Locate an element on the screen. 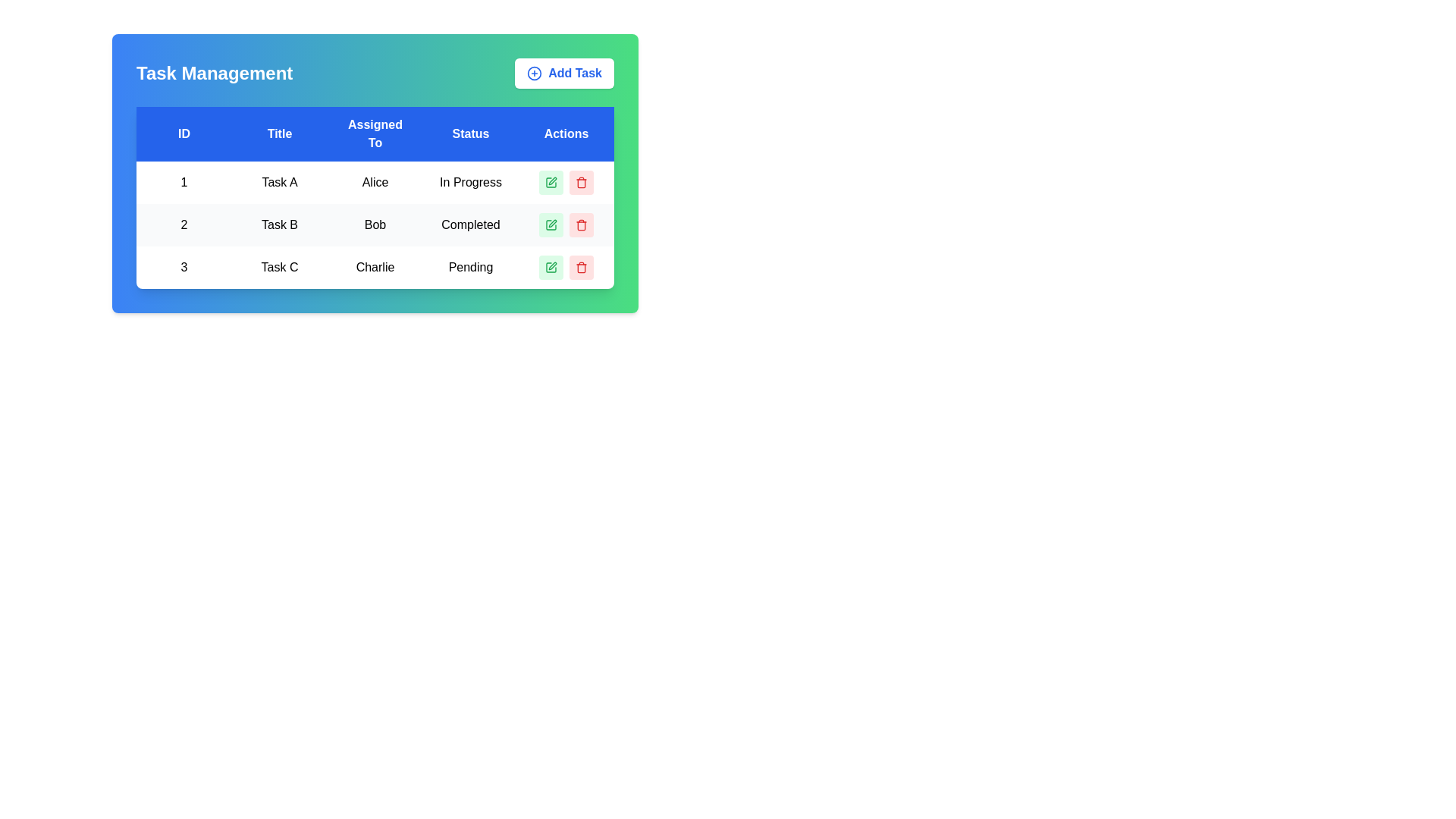  the green square button with rounded corners and a pen icon located in the second row of the 'Actions' column is located at coordinates (550, 225).